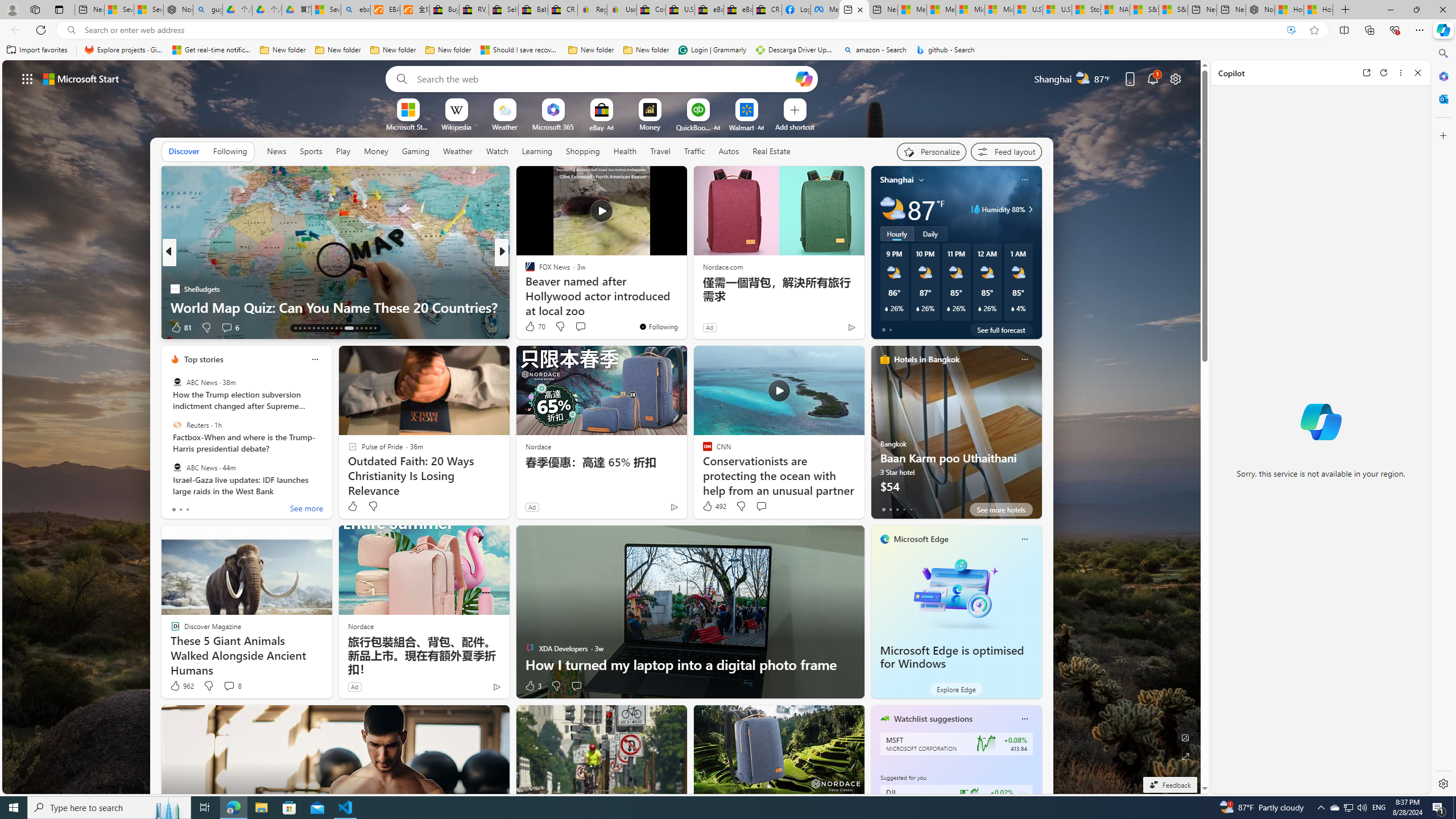 The width and height of the screenshot is (1456, 819). I want to click on 'BRAINY DOSE', so click(524, 270).